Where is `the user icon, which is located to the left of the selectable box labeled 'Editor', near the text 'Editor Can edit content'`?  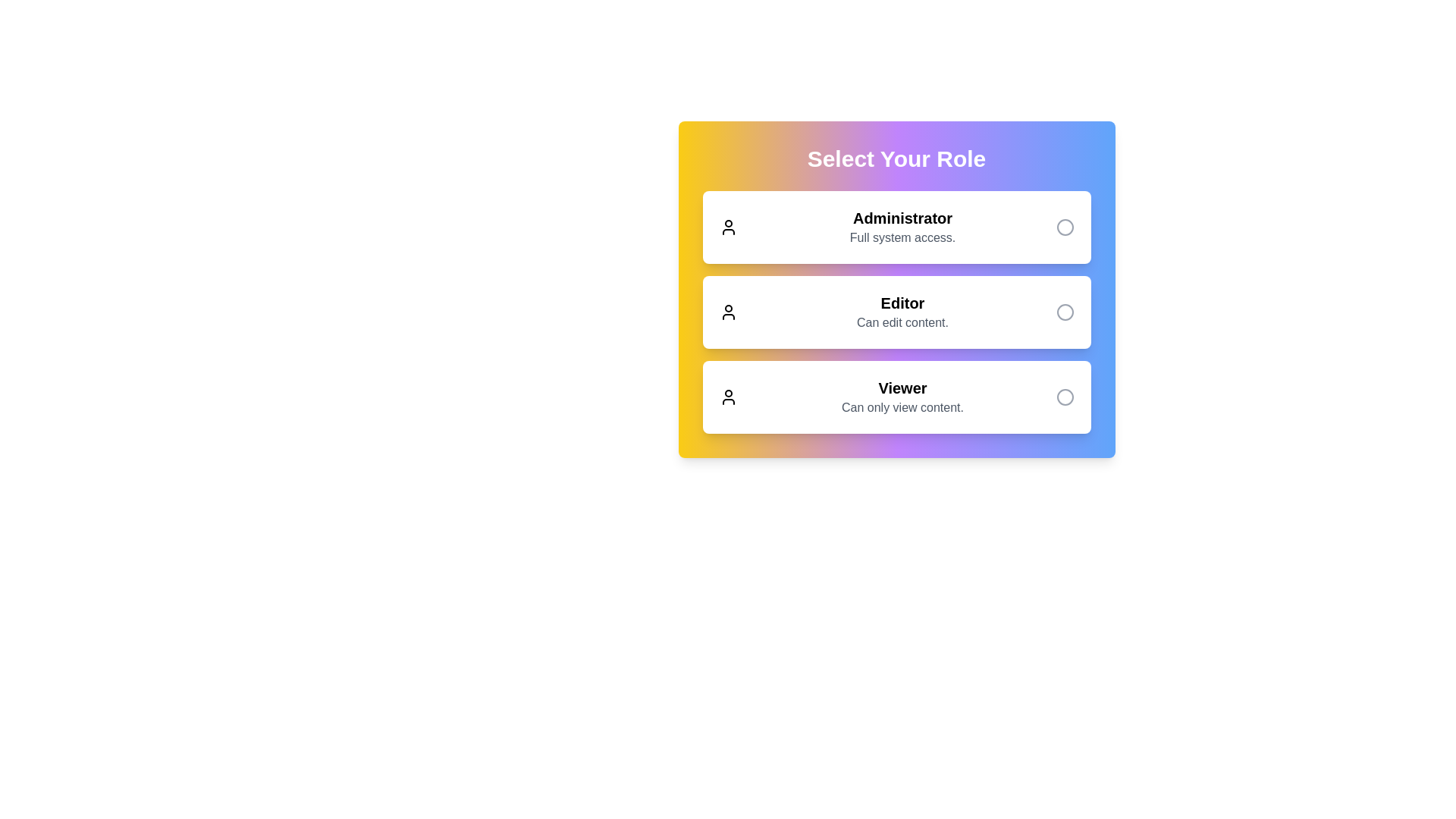 the user icon, which is located to the left of the selectable box labeled 'Editor', near the text 'Editor Can edit content' is located at coordinates (728, 312).